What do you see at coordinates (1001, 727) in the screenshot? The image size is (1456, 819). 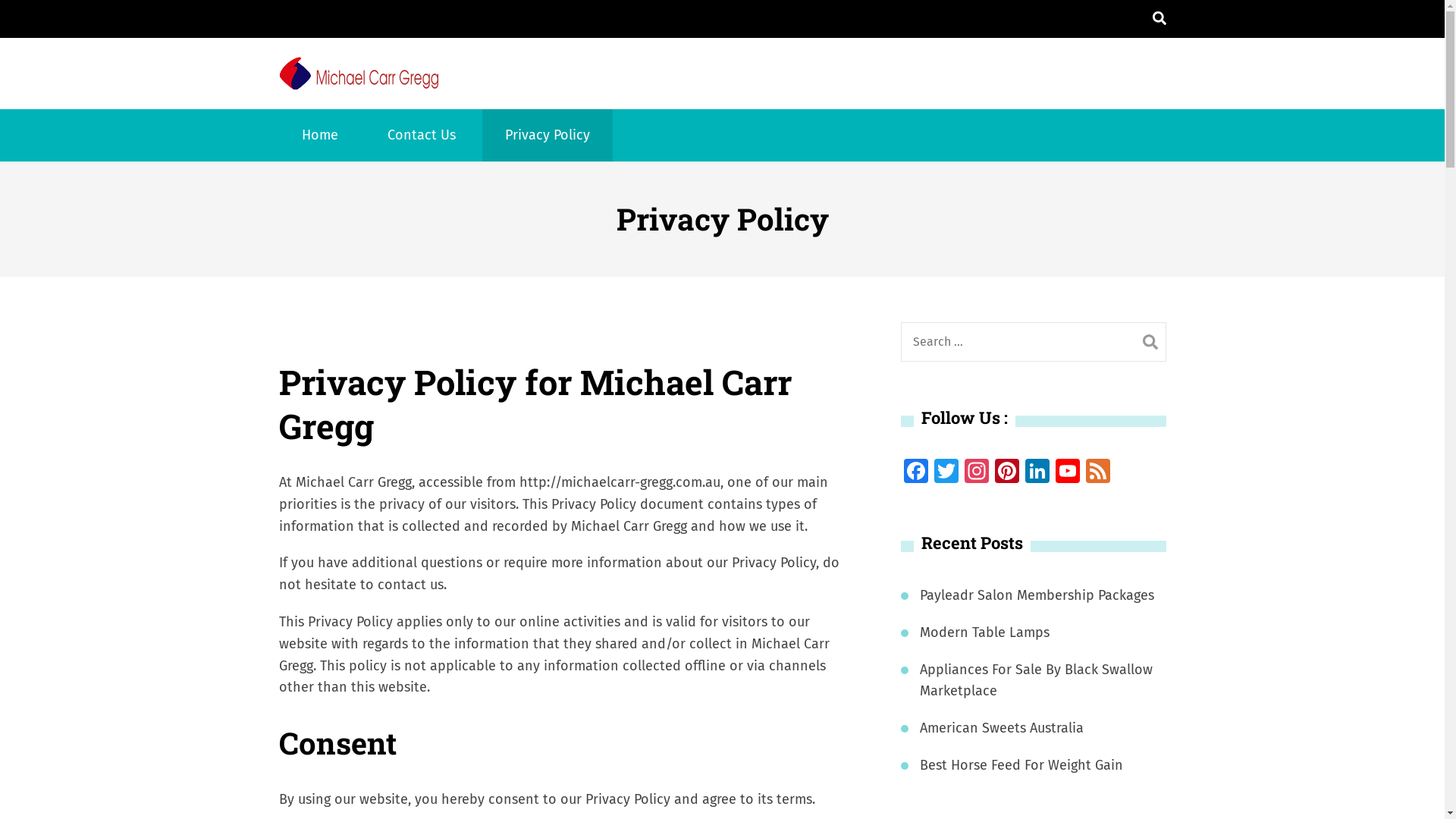 I see `'American Sweets Australia'` at bounding box center [1001, 727].